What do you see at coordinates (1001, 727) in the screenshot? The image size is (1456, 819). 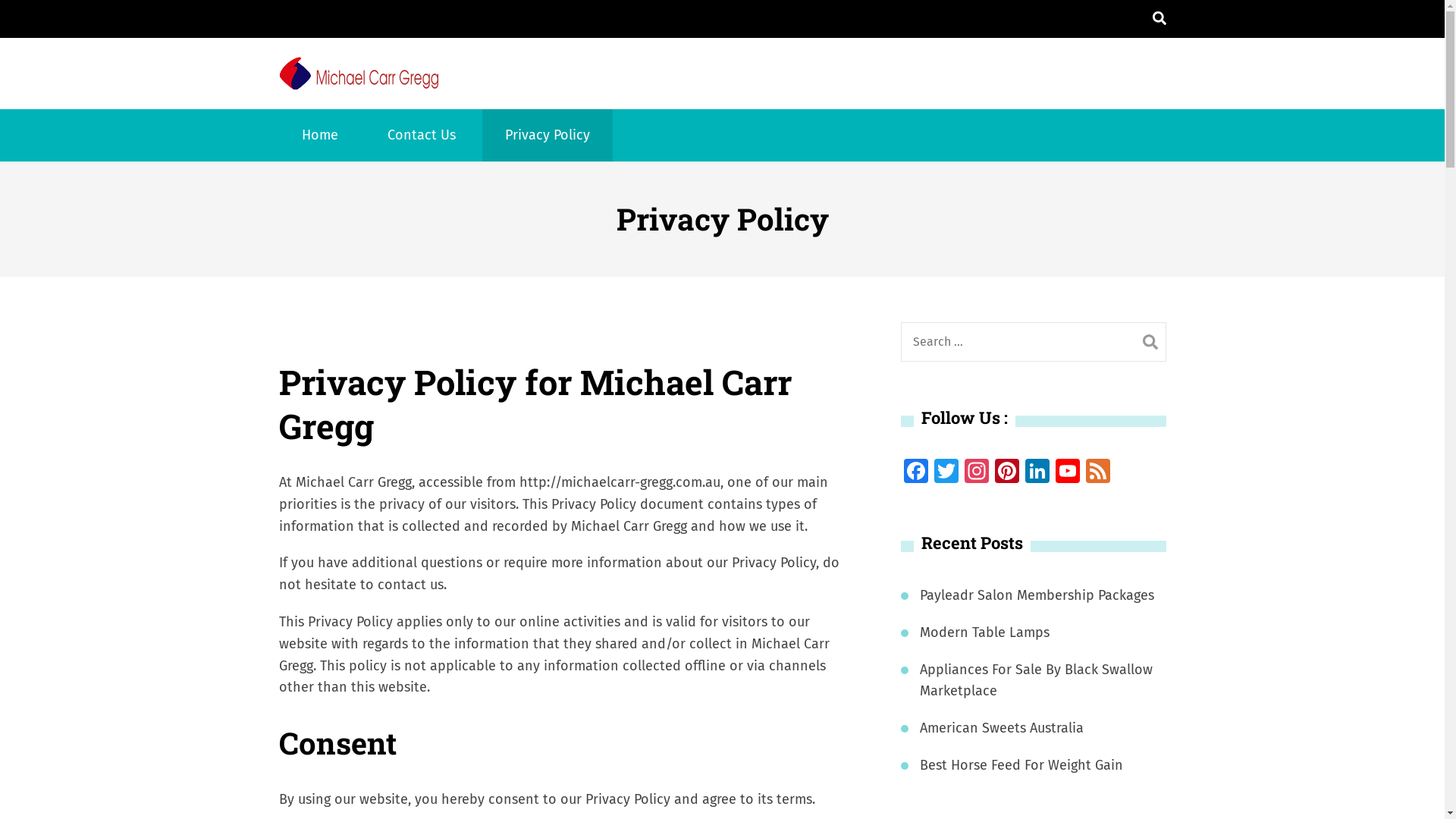 I see `'American Sweets Australia'` at bounding box center [1001, 727].